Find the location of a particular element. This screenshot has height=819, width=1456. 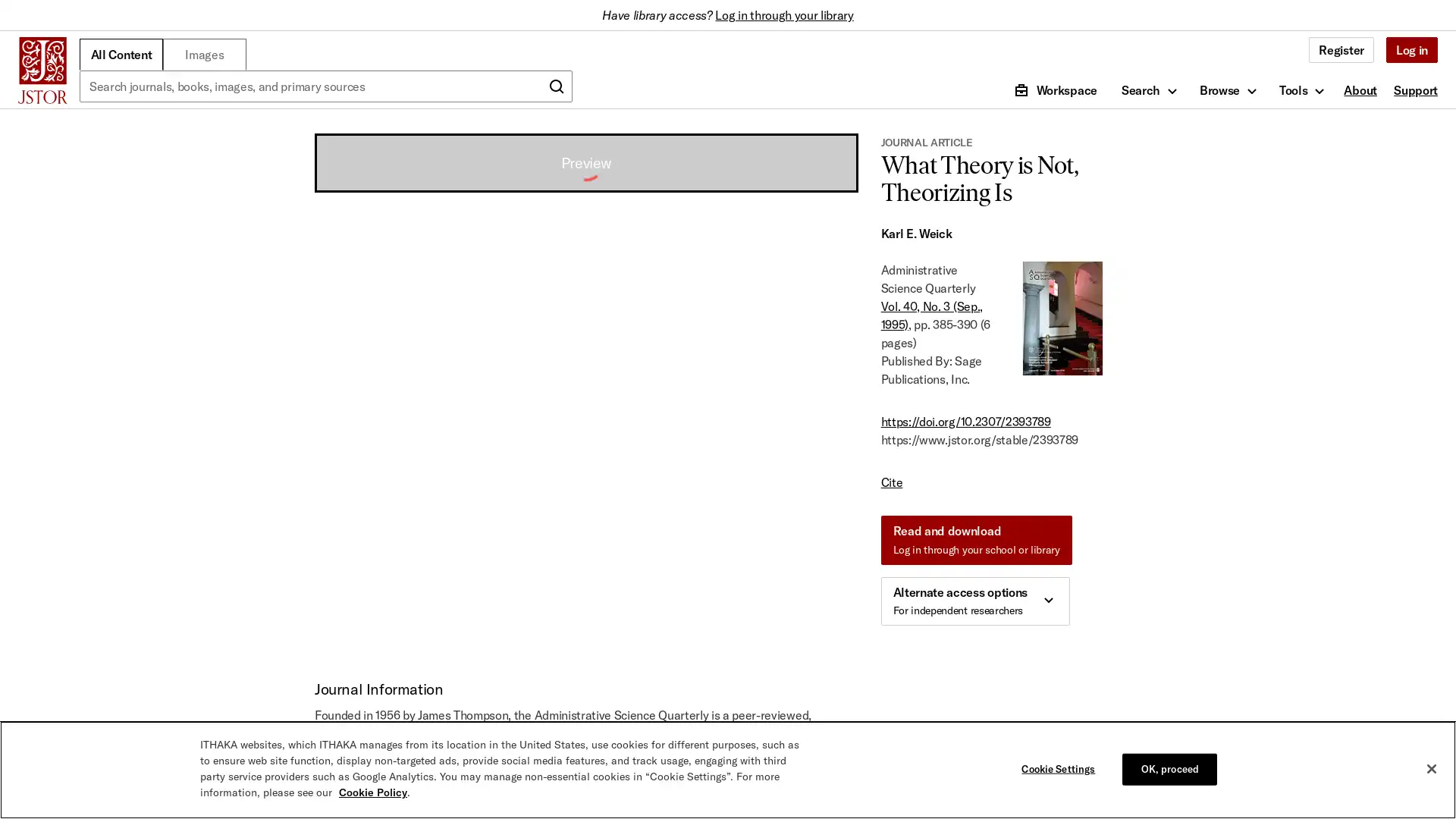

Alternate access options For independent researchers is located at coordinates (974, 601).